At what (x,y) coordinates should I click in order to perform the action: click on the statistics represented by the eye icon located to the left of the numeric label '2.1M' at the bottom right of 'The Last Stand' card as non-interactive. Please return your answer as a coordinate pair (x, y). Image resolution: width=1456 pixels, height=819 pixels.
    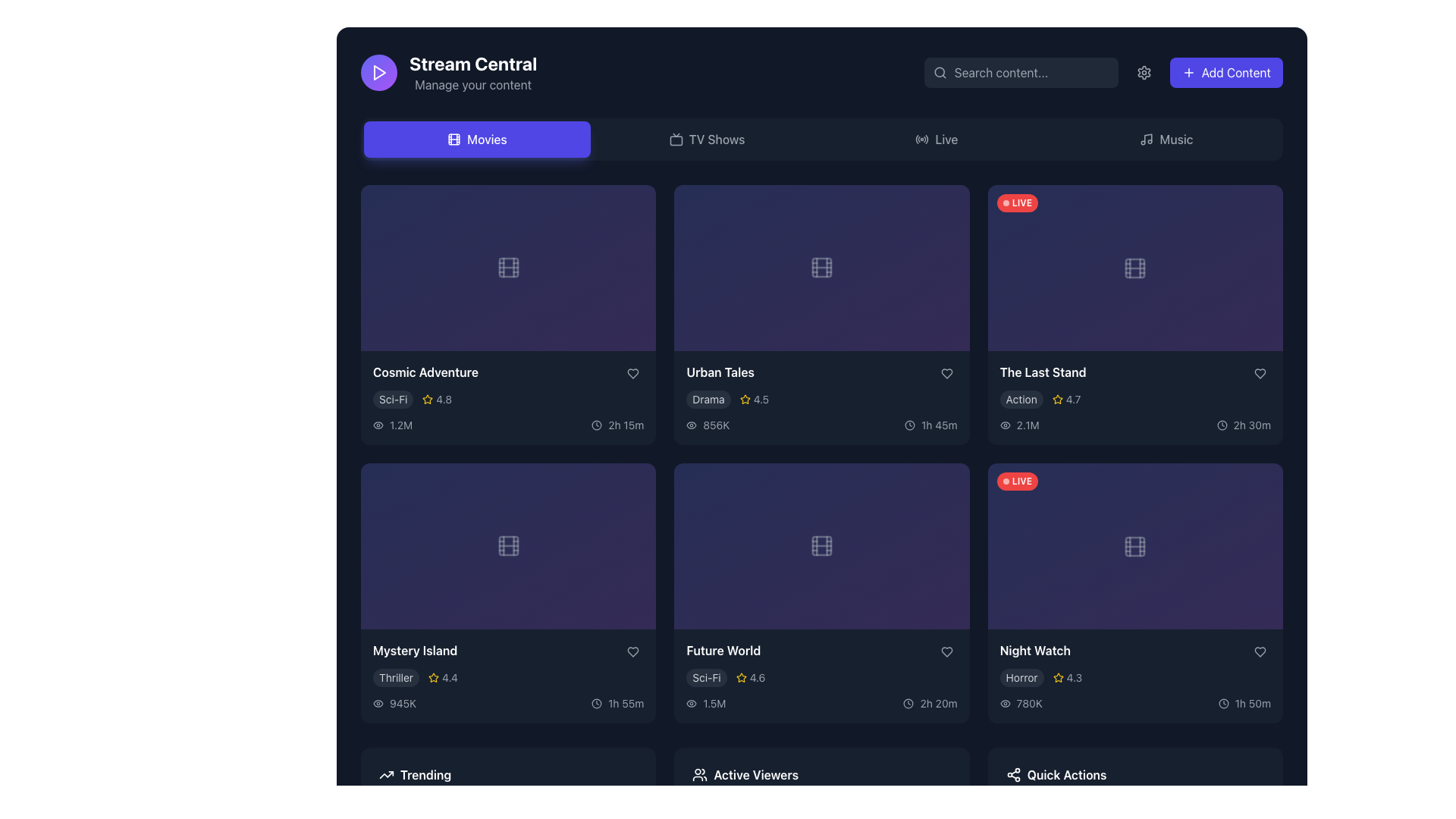
    Looking at the image, I should click on (1005, 425).